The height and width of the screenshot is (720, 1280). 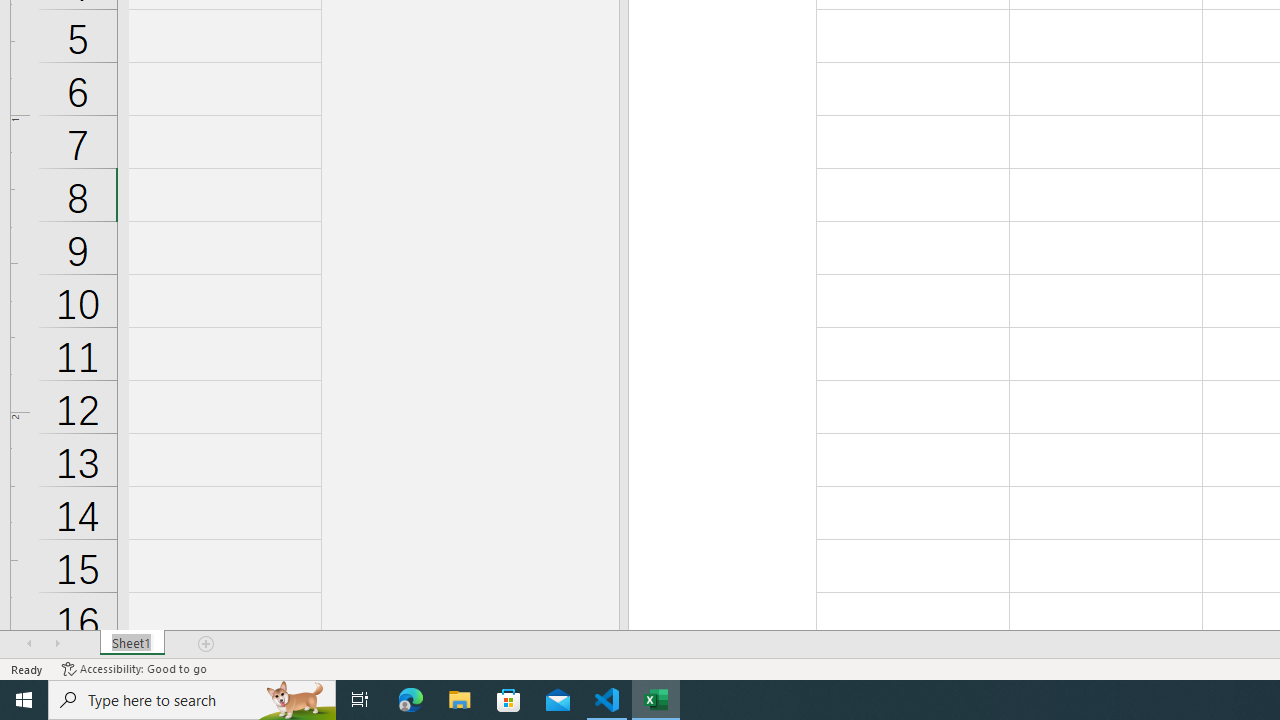 I want to click on 'Sheet1', so click(x=131, y=644).